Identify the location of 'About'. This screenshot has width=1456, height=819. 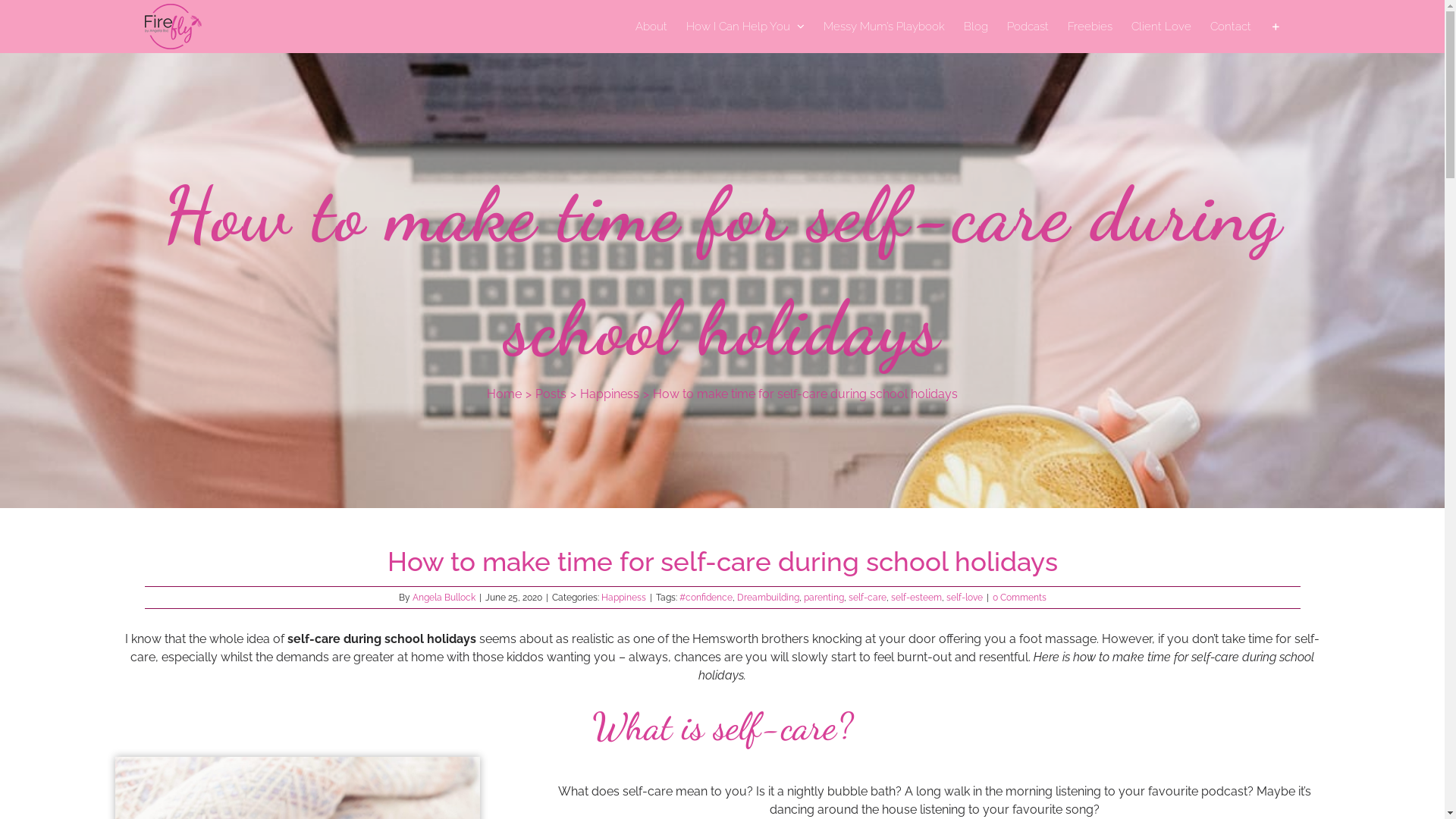
(651, 26).